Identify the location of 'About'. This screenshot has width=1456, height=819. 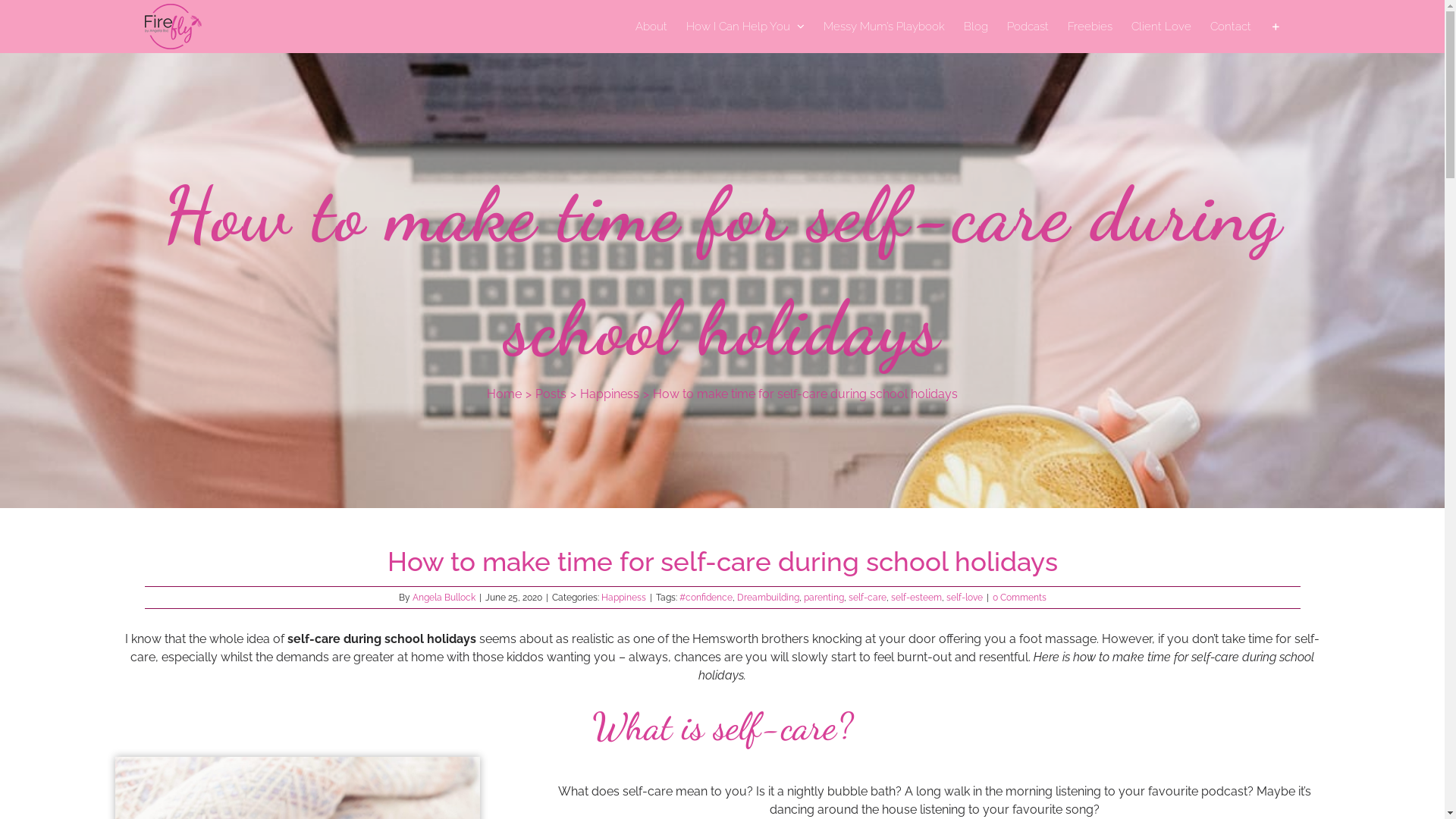
(651, 26).